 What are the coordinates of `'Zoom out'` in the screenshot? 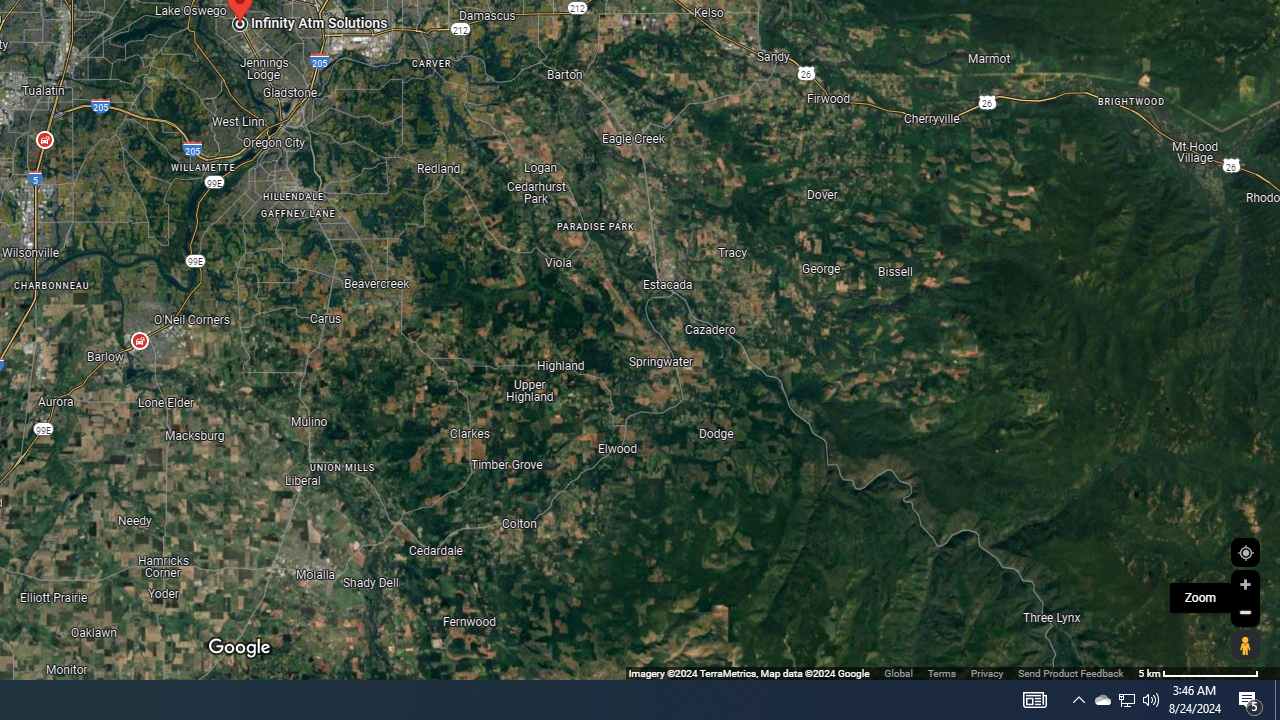 It's located at (1244, 611).